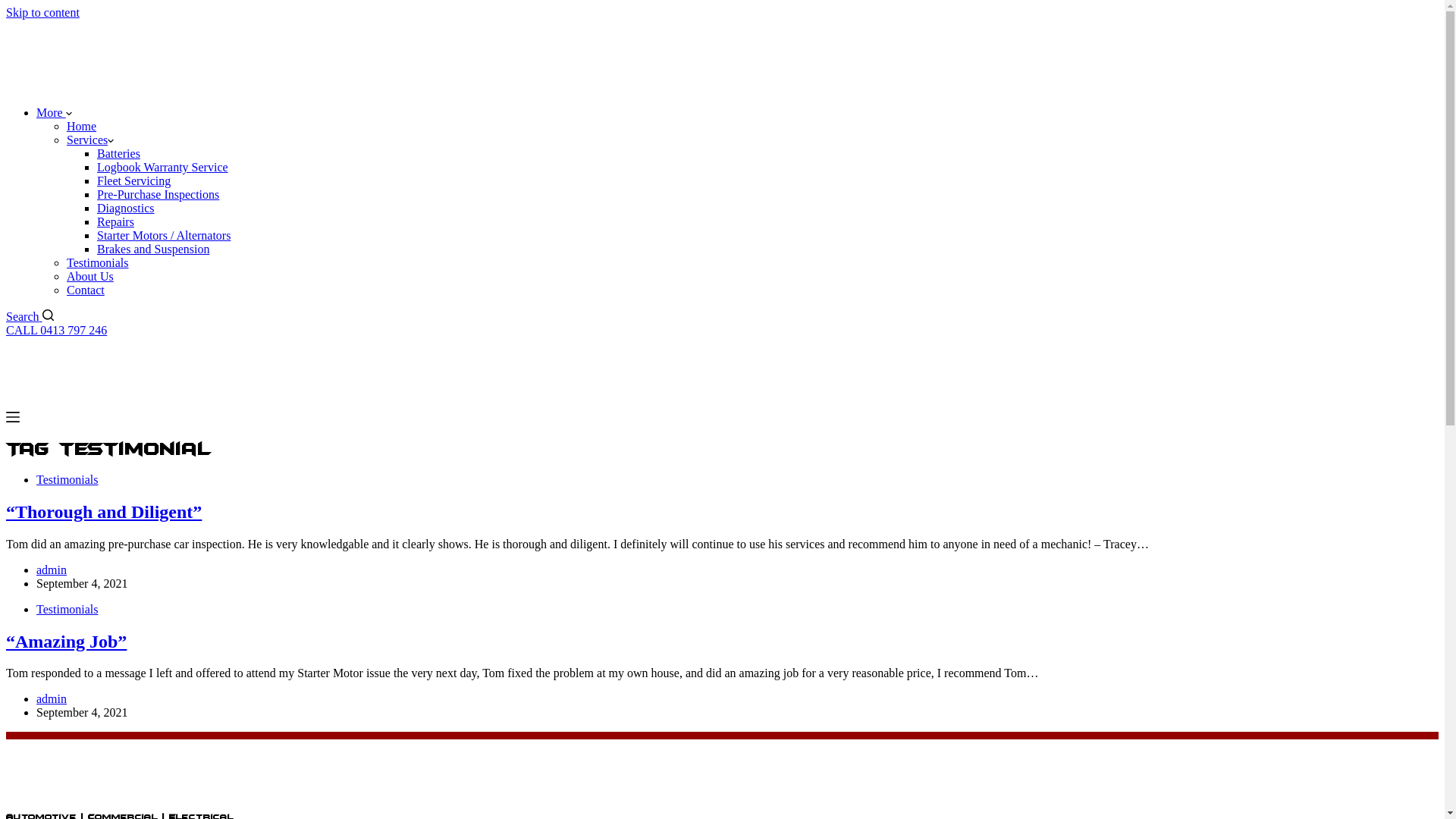  I want to click on 'Brakes and Suspension', so click(152, 248).